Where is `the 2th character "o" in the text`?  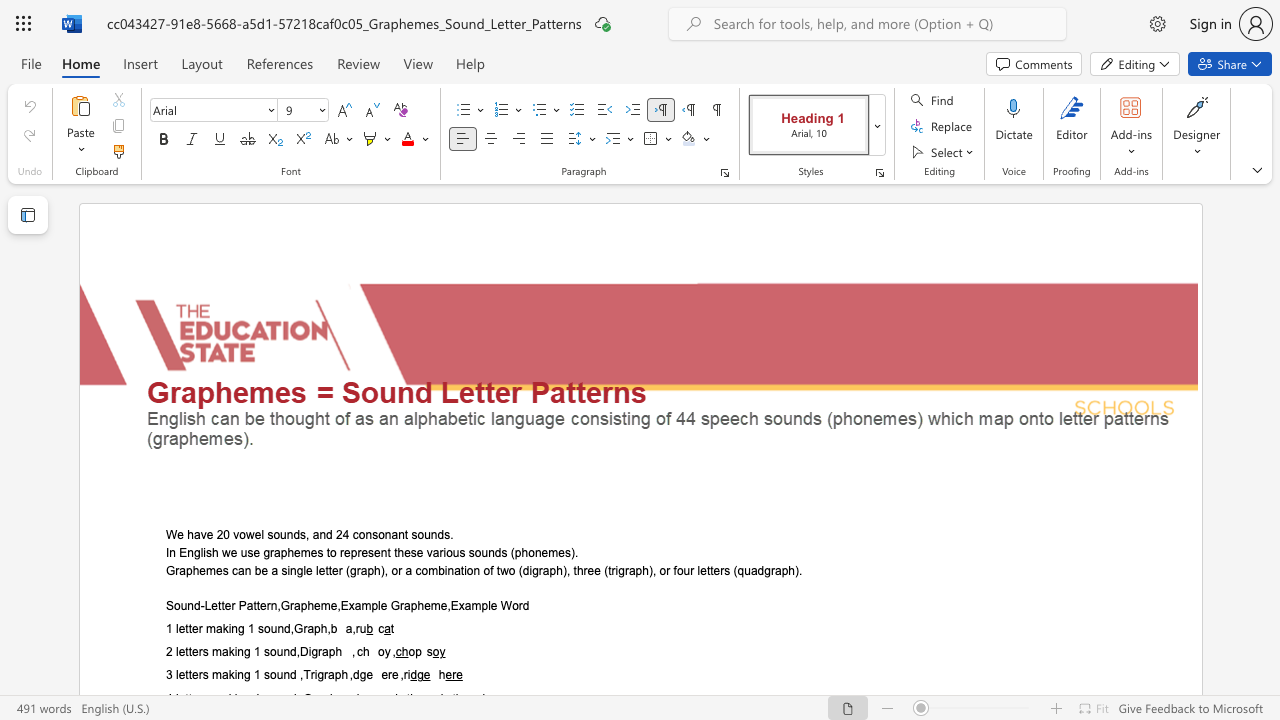
the 2th character "o" in the text is located at coordinates (275, 534).